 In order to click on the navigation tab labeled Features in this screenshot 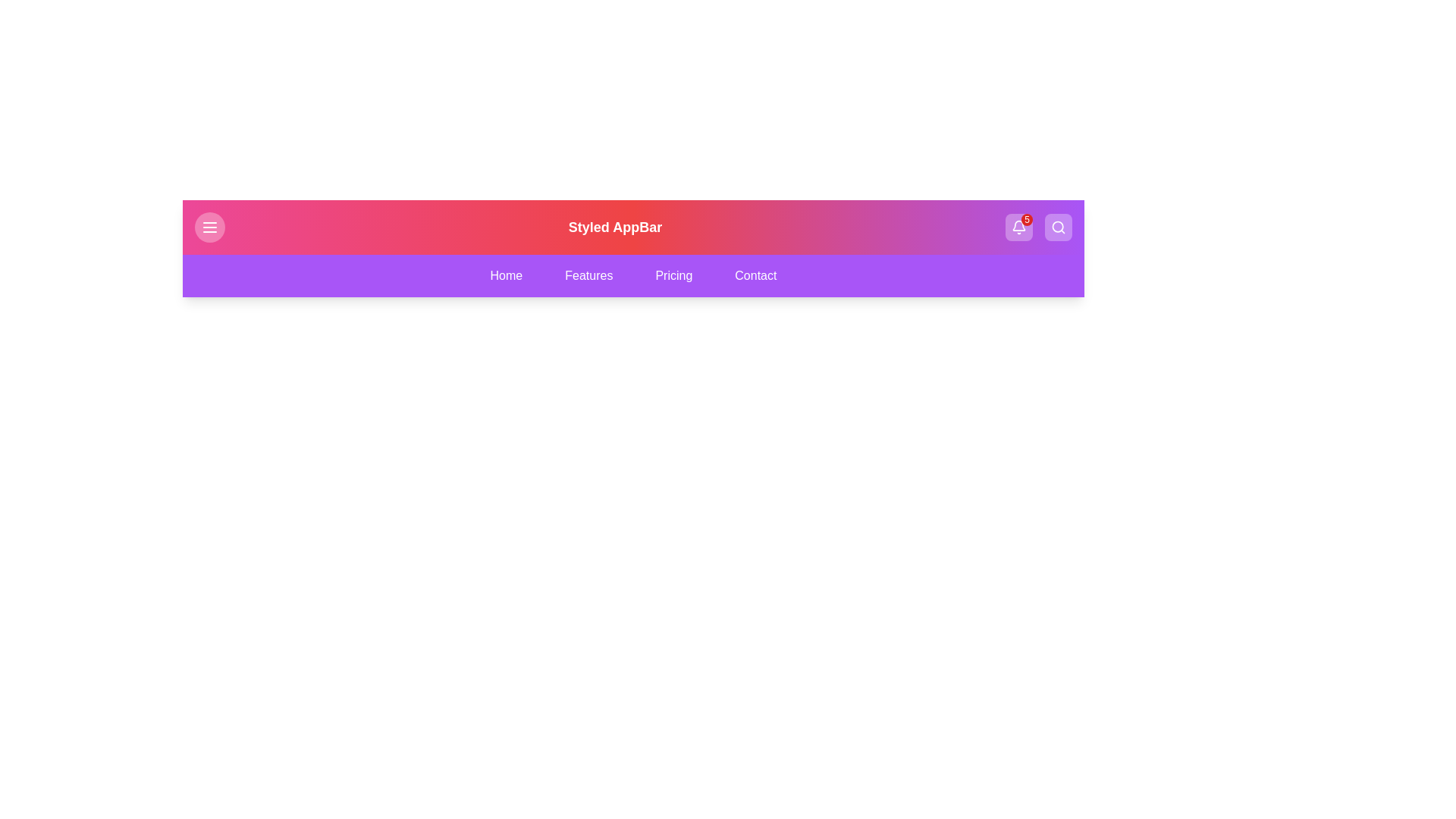, I will do `click(588, 275)`.